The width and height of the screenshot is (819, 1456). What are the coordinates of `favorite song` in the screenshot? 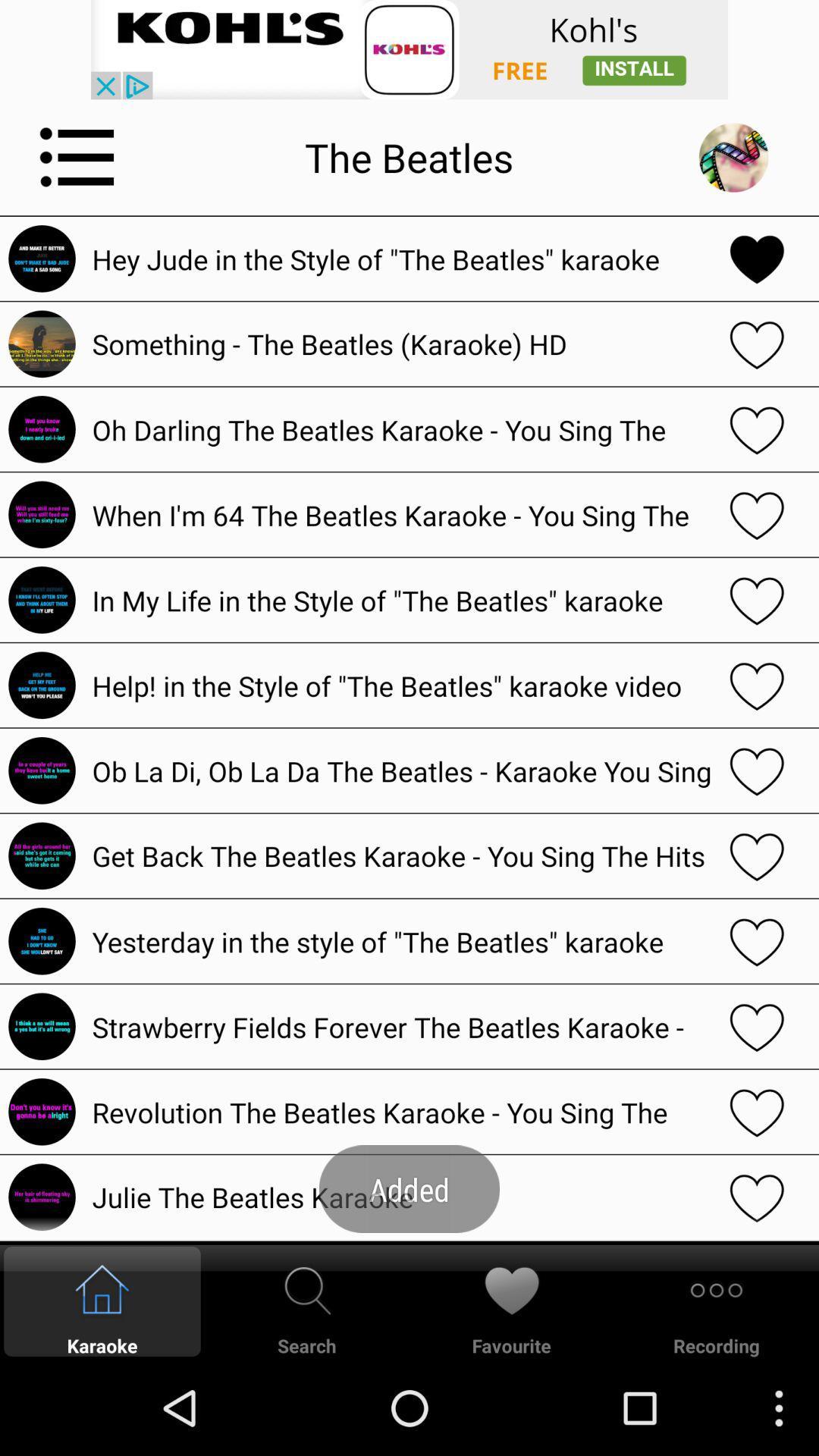 It's located at (757, 343).